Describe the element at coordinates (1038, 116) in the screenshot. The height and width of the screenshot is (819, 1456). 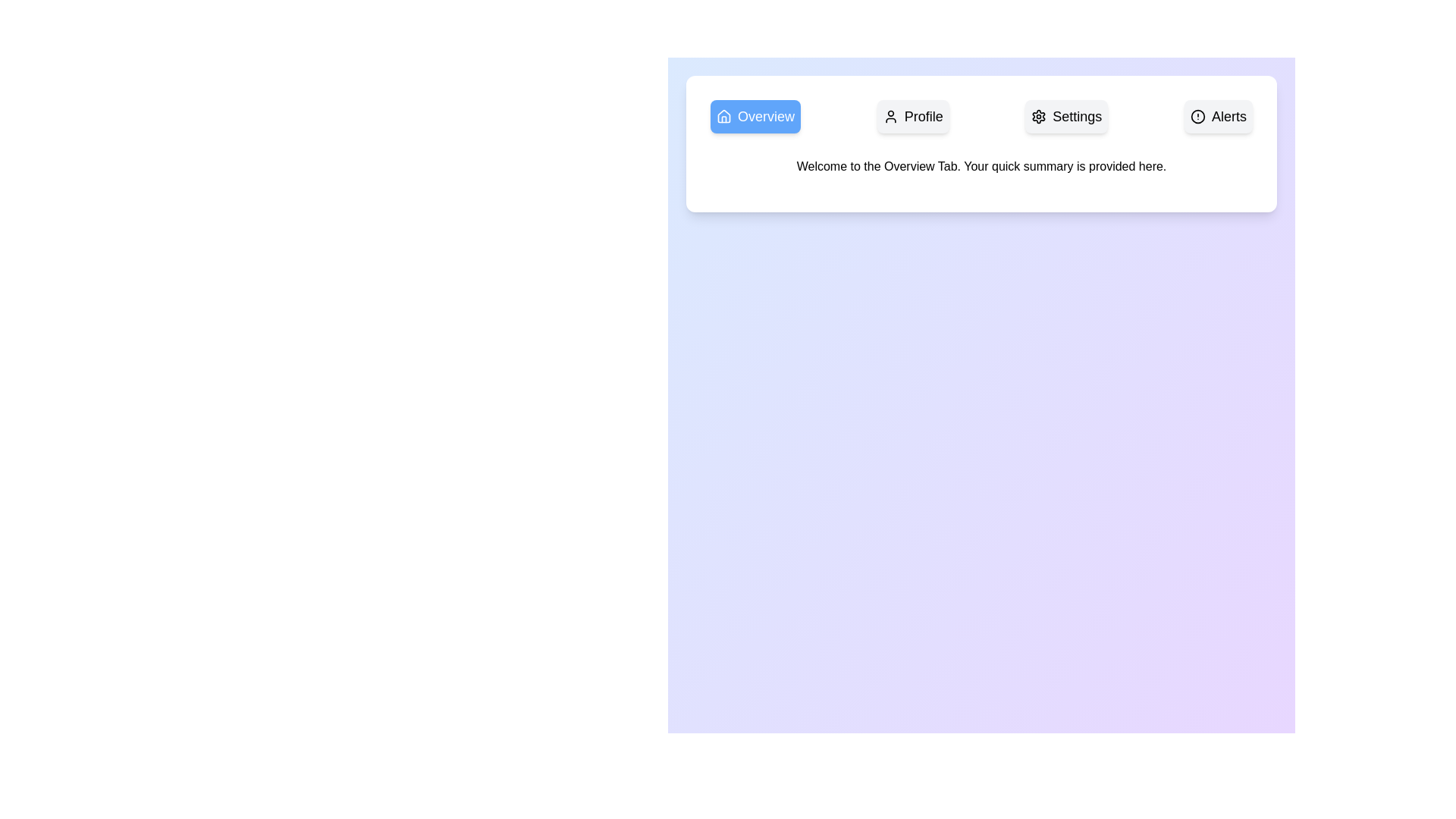
I see `the settings icon located to the left of the 'Settings' text label in the top navigation panel` at that location.